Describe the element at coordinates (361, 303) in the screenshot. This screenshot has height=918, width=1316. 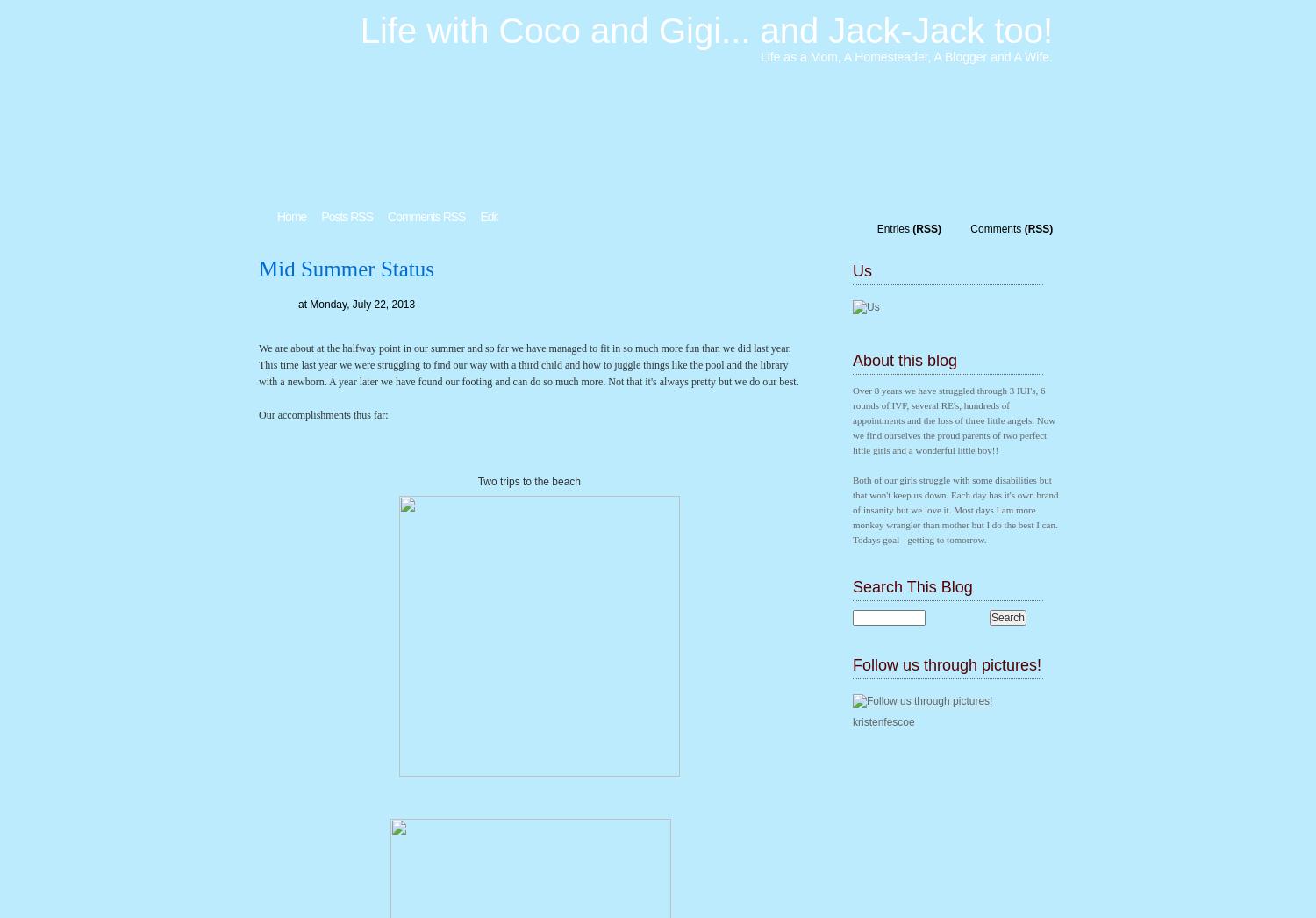
I see `'Monday, July 22, 2013'` at that location.